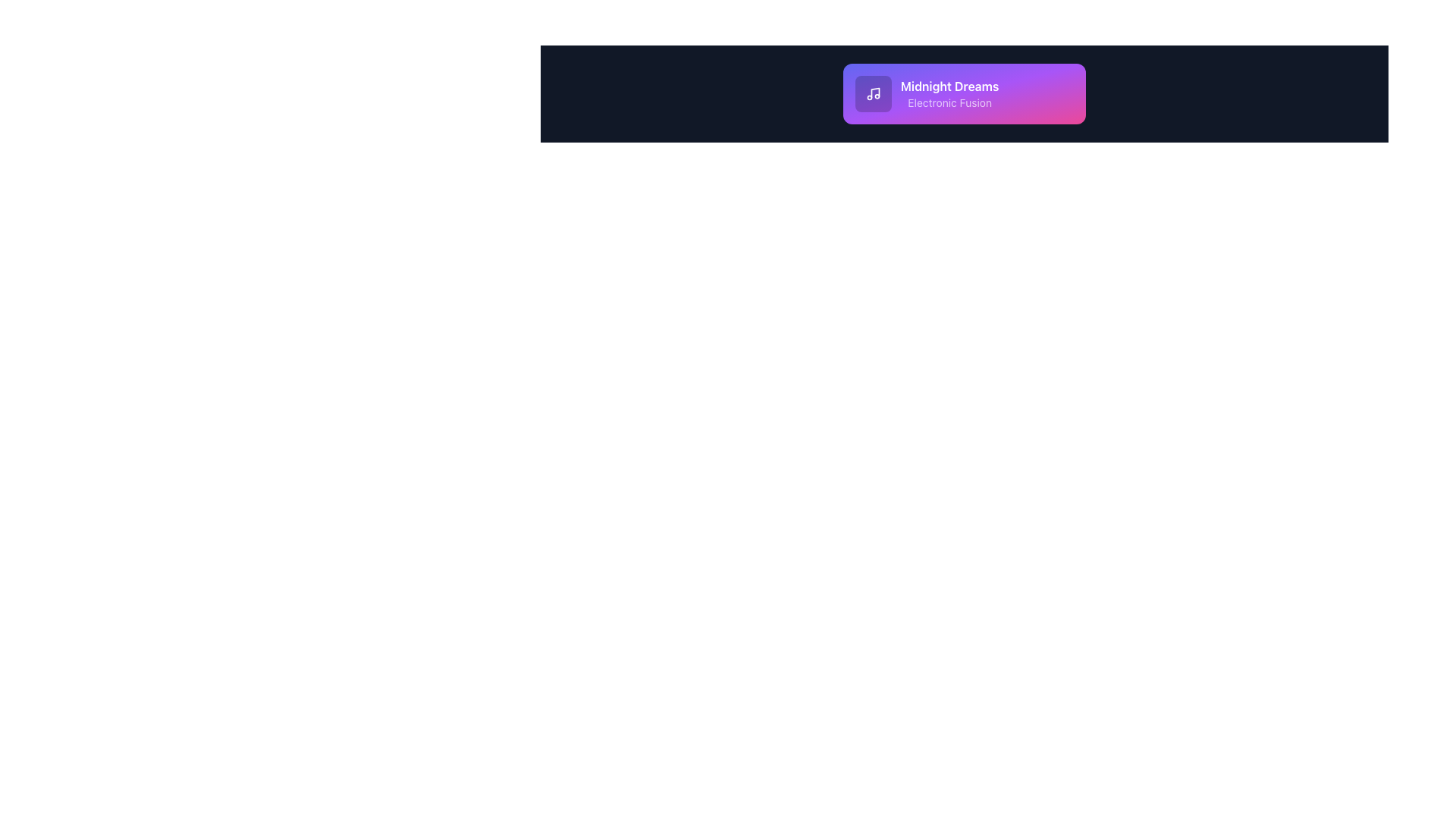 This screenshot has width=1456, height=819. I want to click on the text block titled 'Midnight Dreams' with the subtitle 'Electronic Fusion', which is displayed in white and lighter text on a gradient background, so click(964, 93).